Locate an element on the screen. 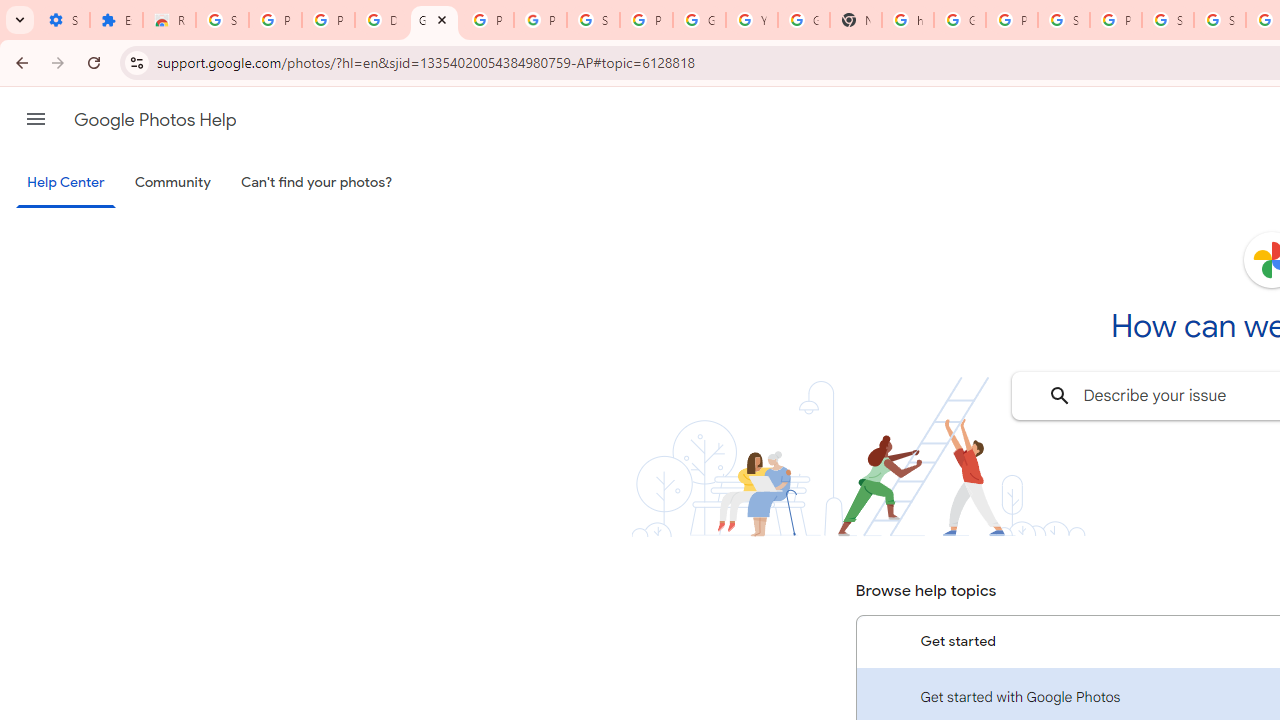  'Community' is located at coordinates (172, 183).